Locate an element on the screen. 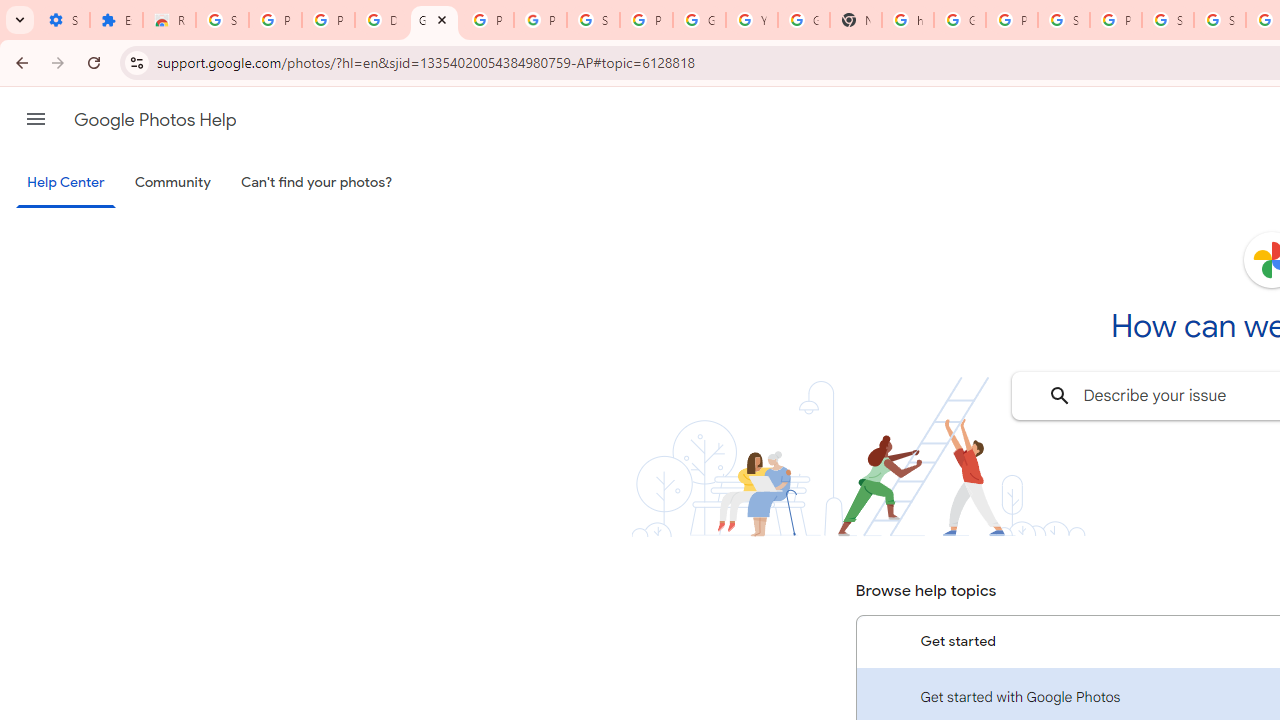  'Community' is located at coordinates (172, 183).